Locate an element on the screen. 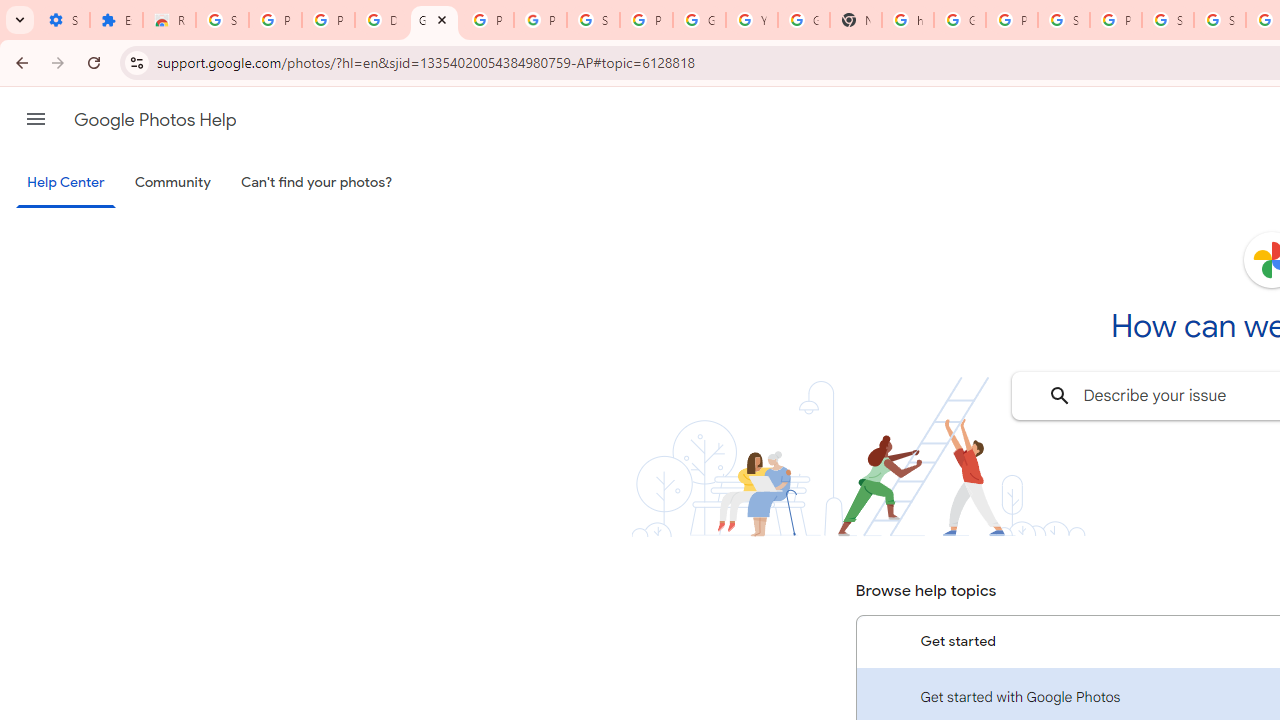  'Community' is located at coordinates (172, 183).